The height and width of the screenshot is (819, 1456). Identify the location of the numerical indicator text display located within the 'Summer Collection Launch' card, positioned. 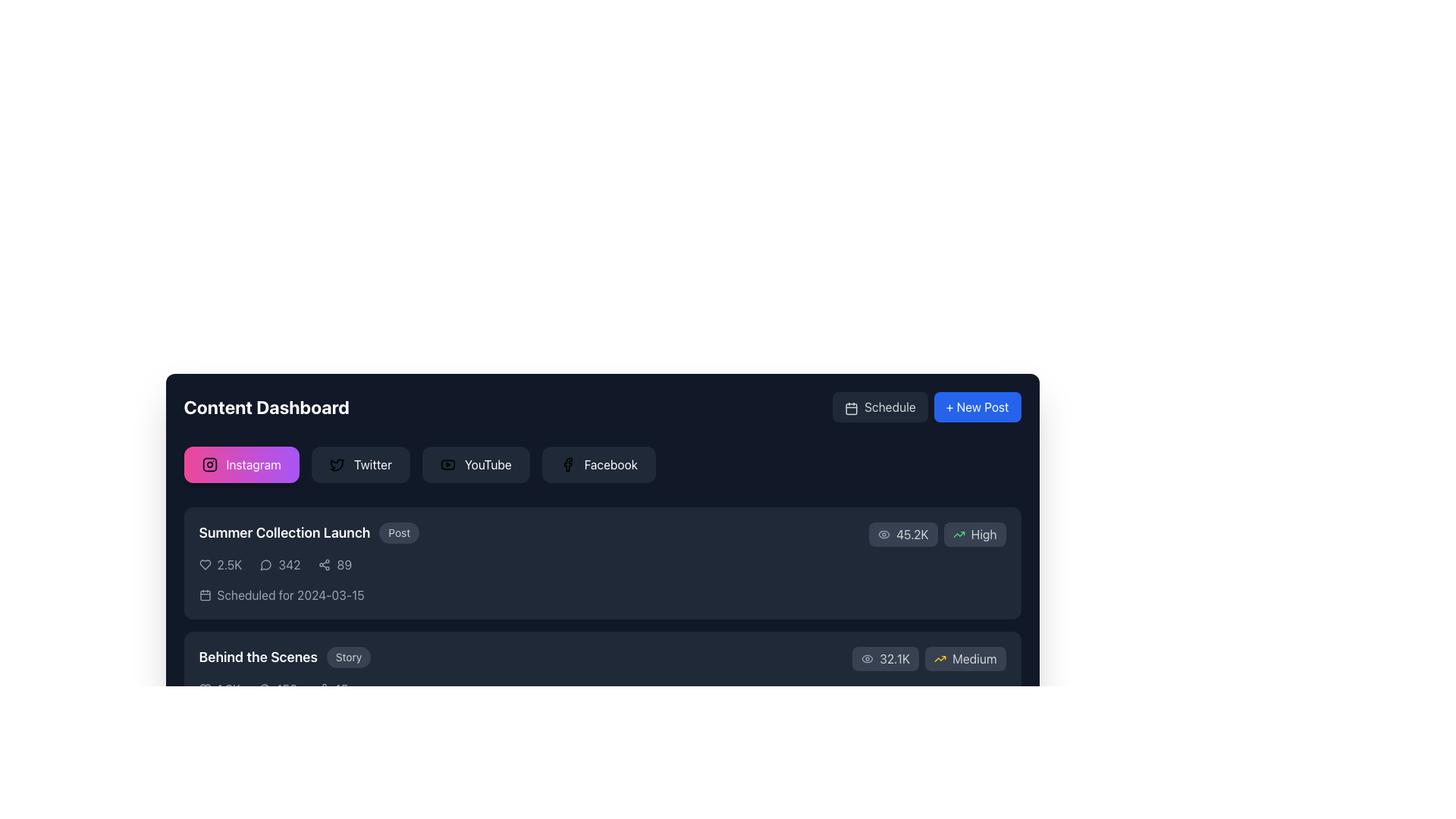
(344, 564).